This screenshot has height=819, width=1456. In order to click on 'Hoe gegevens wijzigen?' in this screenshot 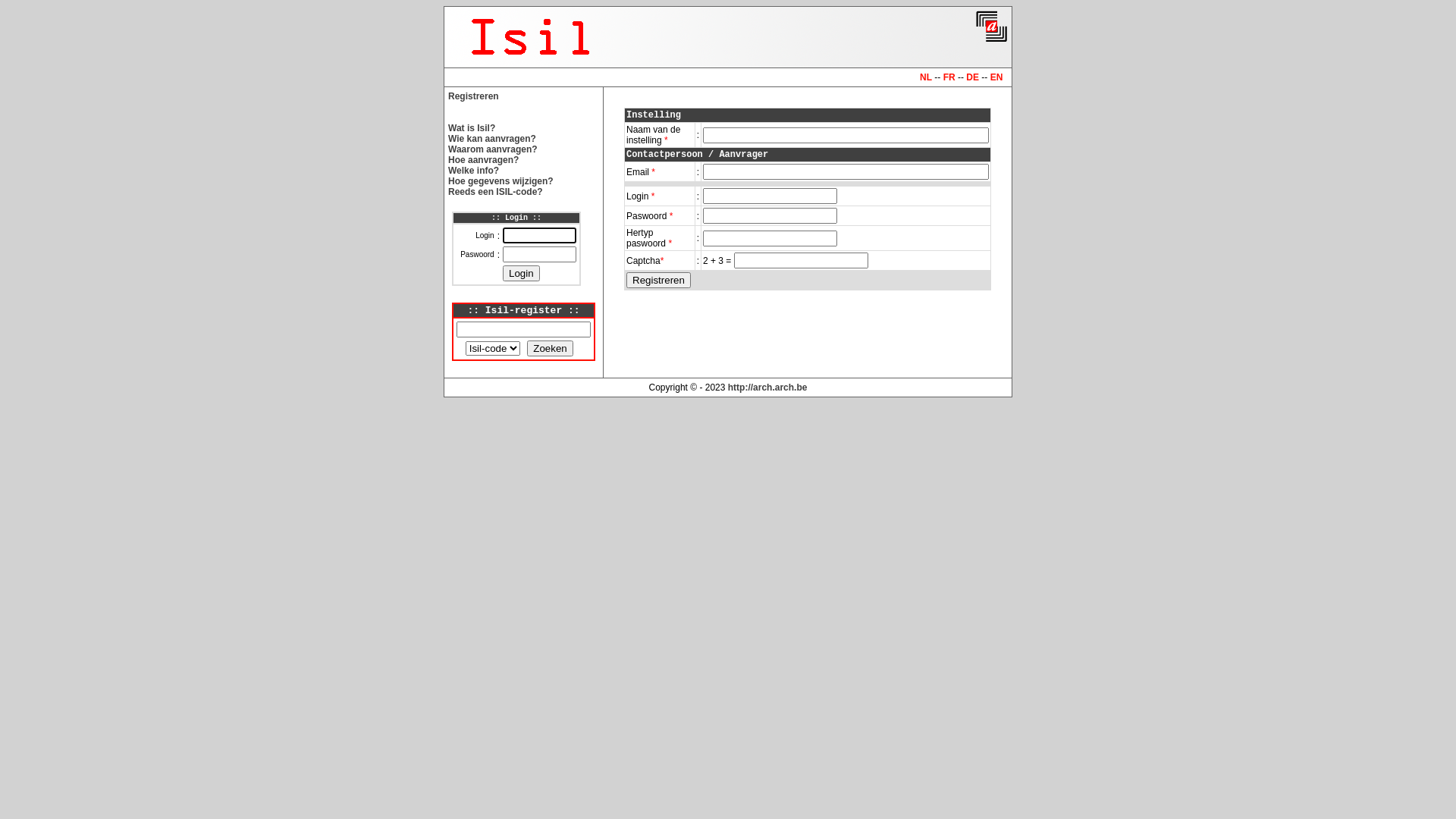, I will do `click(447, 180)`.